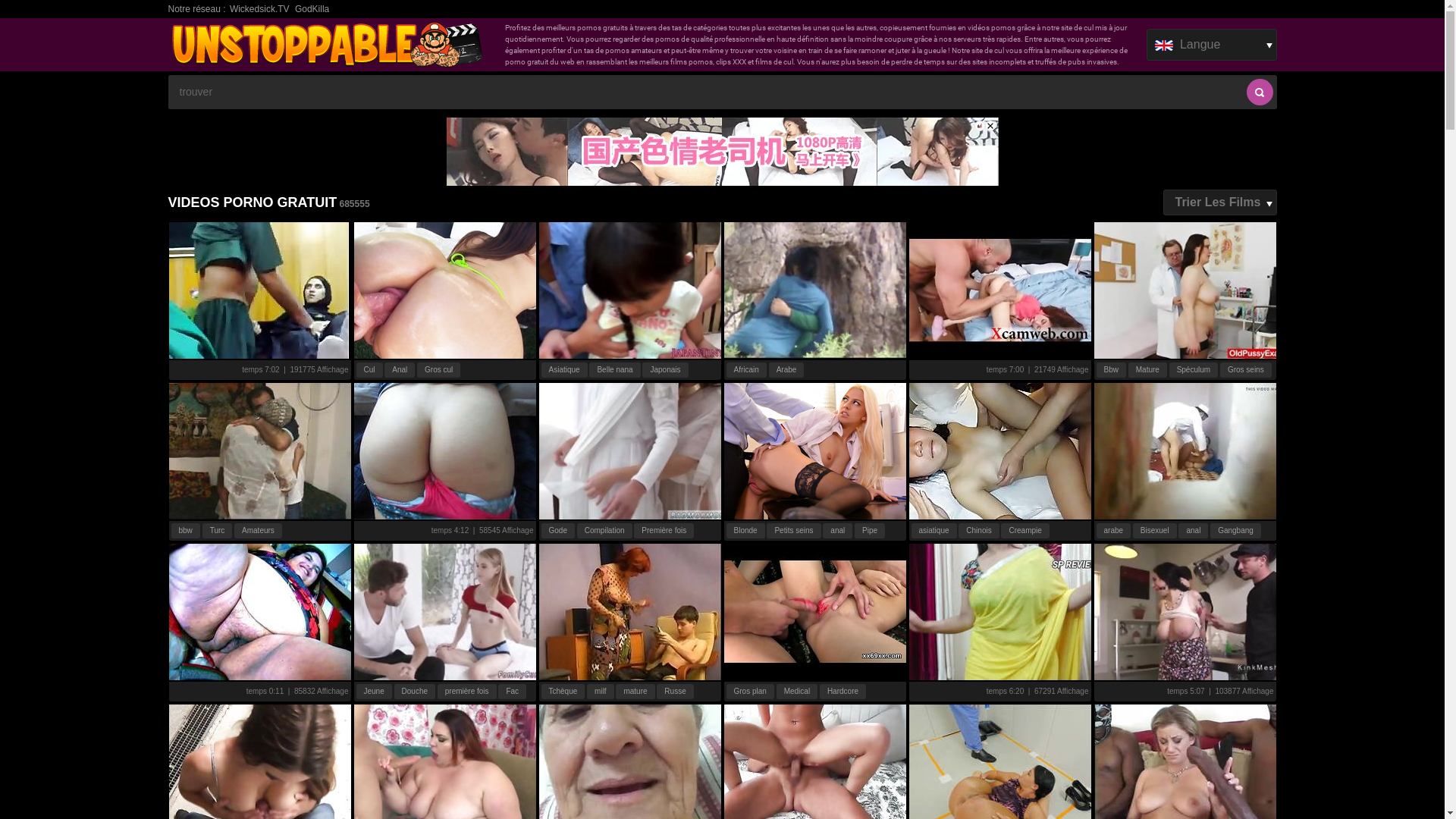 The width and height of the screenshot is (1456, 819). I want to click on 'Anal', so click(400, 370).